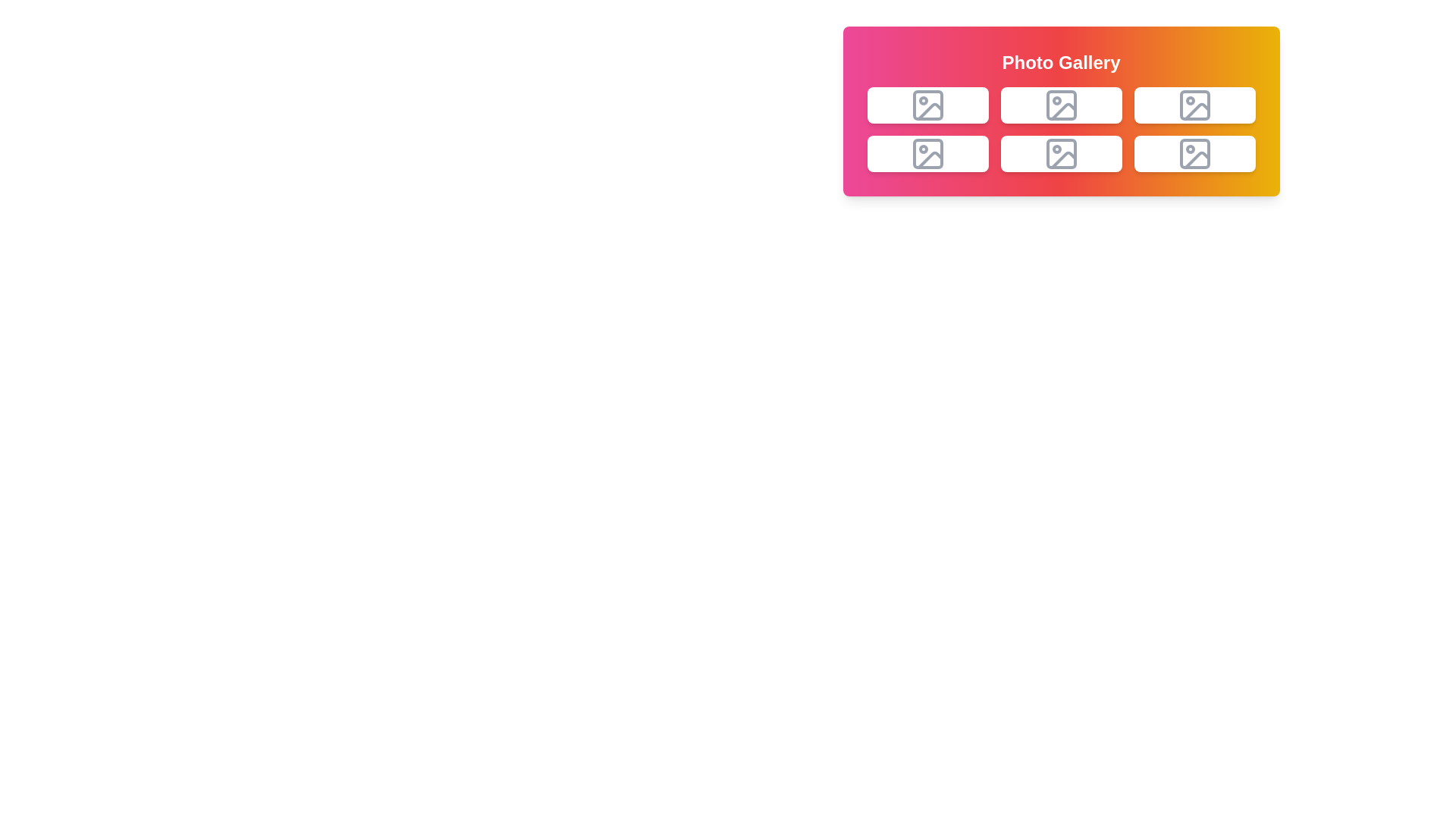 The width and height of the screenshot is (1456, 819). Describe the element at coordinates (1174, 154) in the screenshot. I see `the circular button with a white background and a blue eye icon located in the bottom row of the photo gallery interface, specifically within the rightmost image card` at that location.